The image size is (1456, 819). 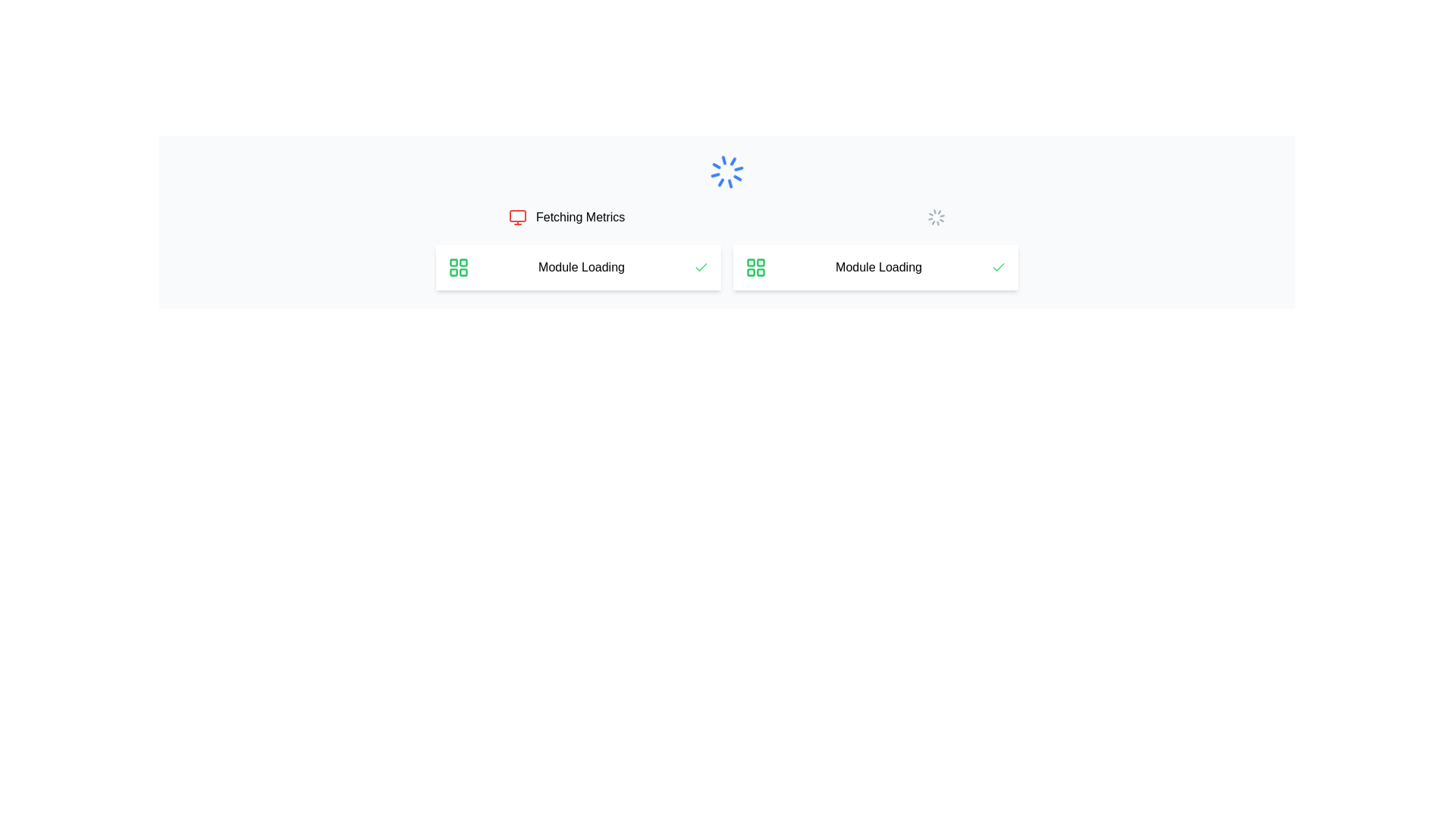 What do you see at coordinates (876, 267) in the screenshot?
I see `the 'Module Loading' informational panel, which is the second item in a two-column grid layout` at bounding box center [876, 267].